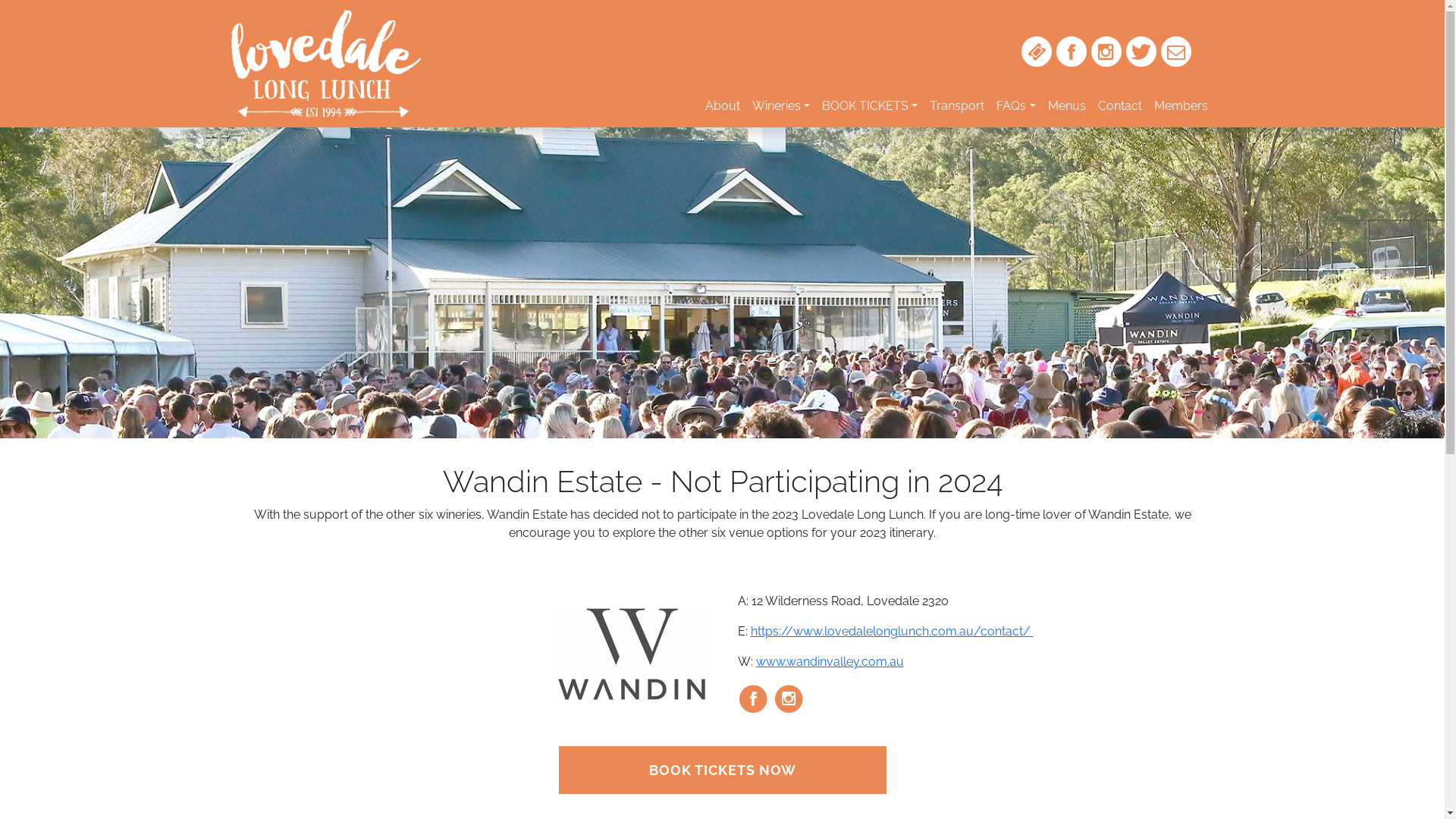 The height and width of the screenshot is (819, 1456). I want to click on 'Like us on Facebook', so click(1069, 51).